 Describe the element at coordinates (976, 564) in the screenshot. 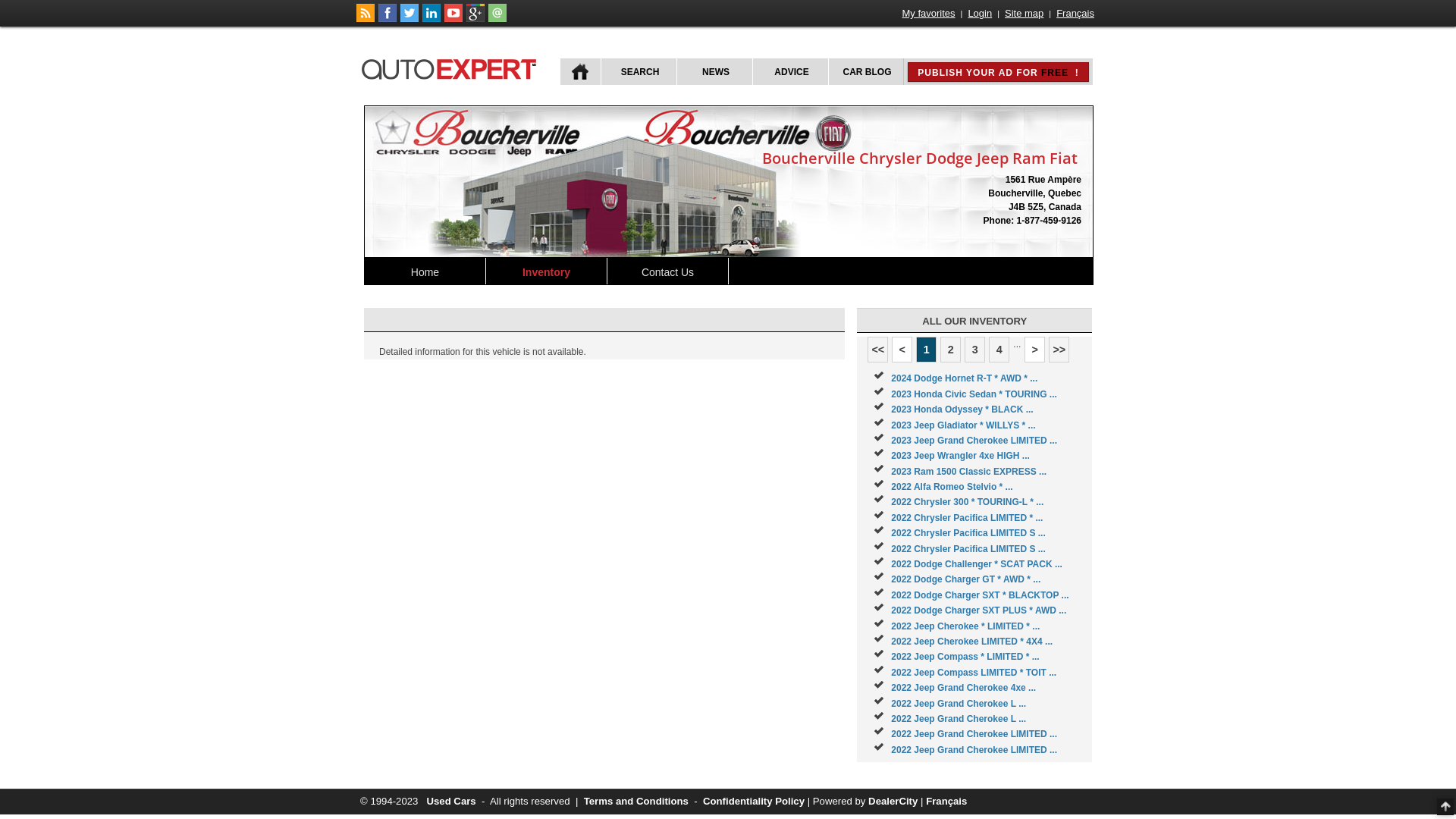

I see `'2022 Dodge Challenger * SCAT PACK ...'` at that location.